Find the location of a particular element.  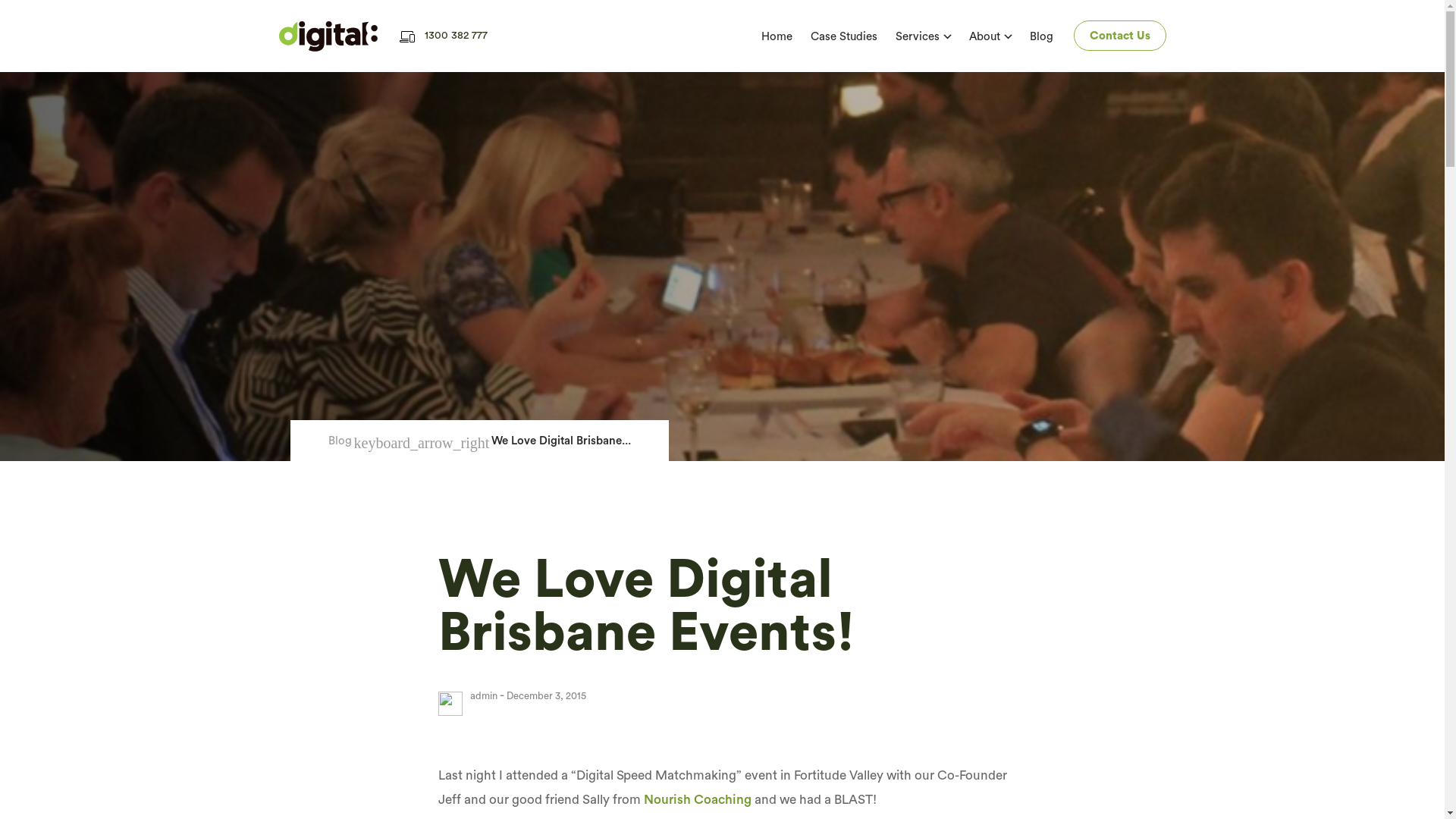

'Home' is located at coordinates (777, 35).